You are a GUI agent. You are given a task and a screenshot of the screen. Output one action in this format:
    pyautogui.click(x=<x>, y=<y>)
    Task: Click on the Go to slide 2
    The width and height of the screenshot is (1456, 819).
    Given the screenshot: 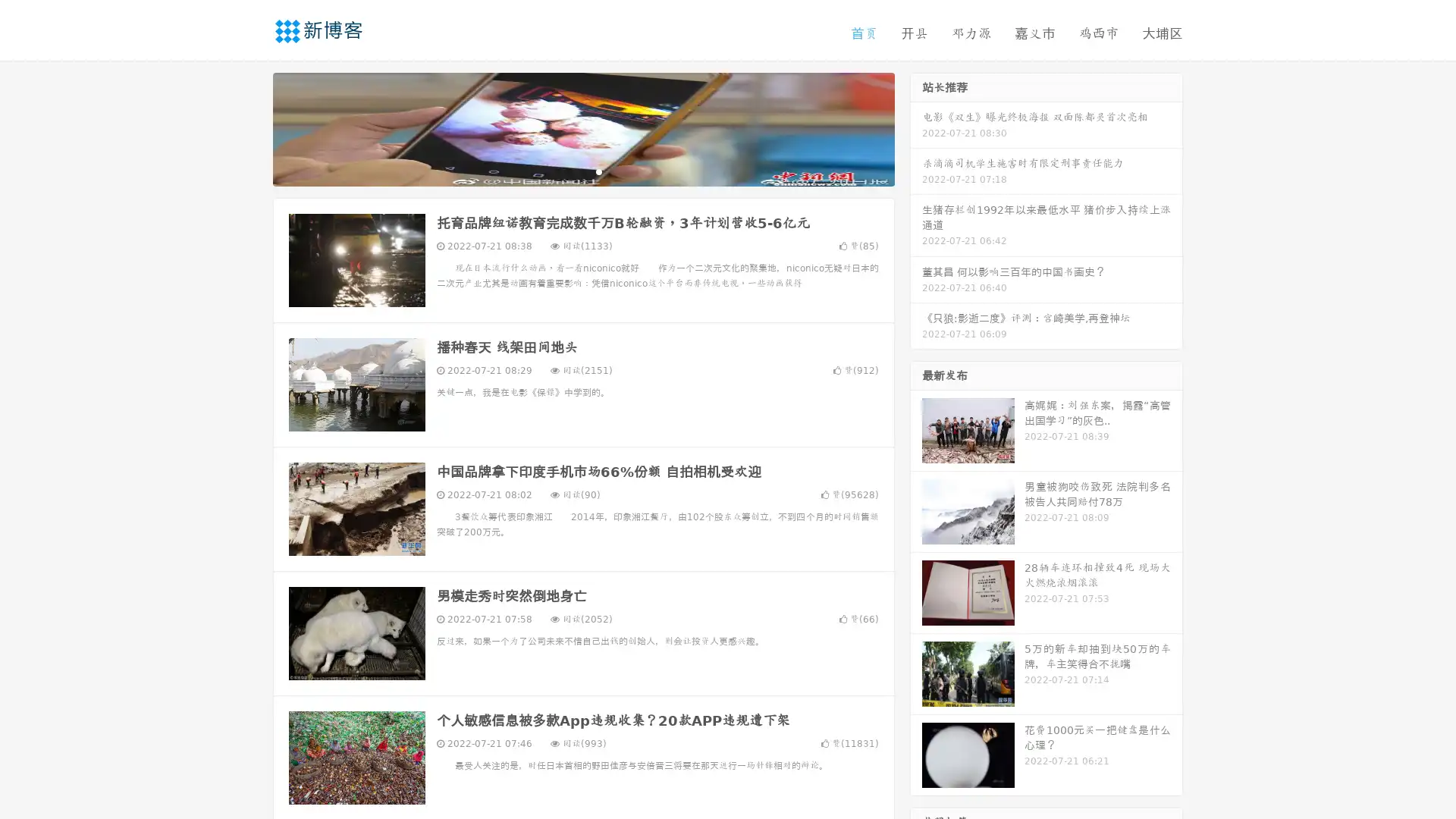 What is the action you would take?
    pyautogui.click(x=582, y=171)
    